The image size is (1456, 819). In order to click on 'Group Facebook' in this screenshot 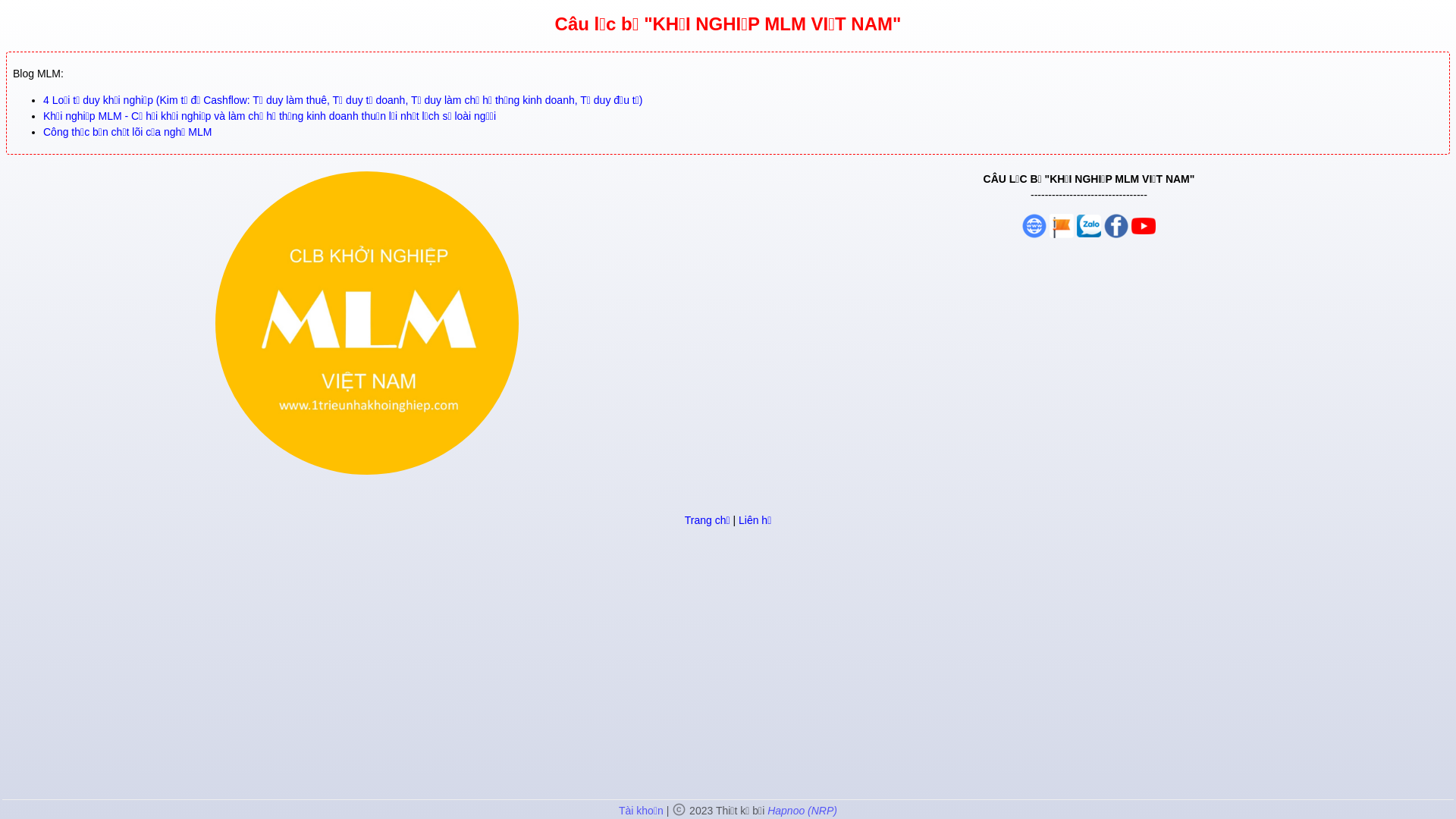, I will do `click(1131, 225)`.